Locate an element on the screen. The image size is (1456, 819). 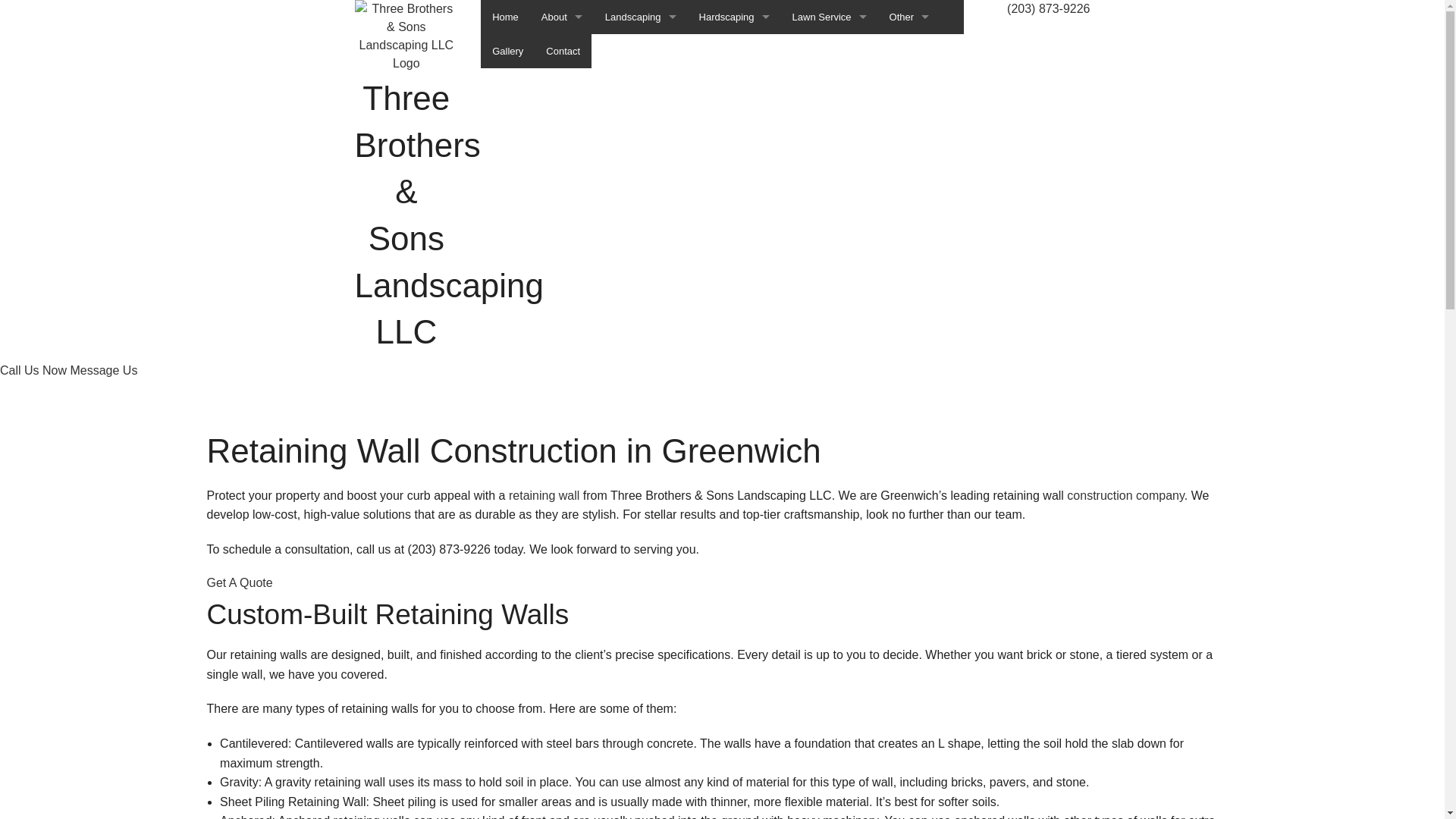
'Message Us' is located at coordinates (102, 370).